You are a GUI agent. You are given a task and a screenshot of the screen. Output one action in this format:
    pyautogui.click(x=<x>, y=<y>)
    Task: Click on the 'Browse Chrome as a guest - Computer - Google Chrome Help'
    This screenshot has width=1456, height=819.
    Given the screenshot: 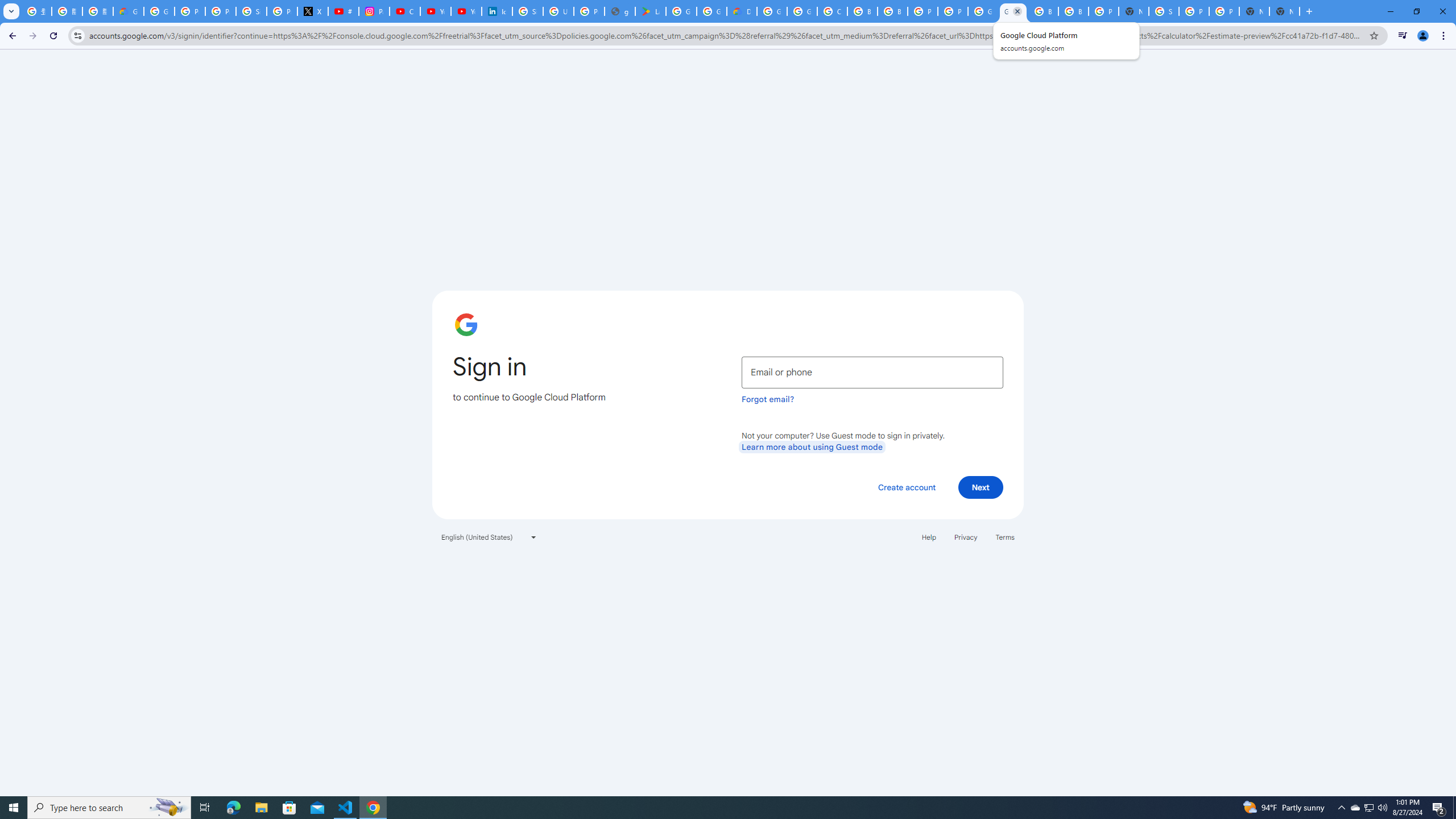 What is the action you would take?
    pyautogui.click(x=862, y=11)
    